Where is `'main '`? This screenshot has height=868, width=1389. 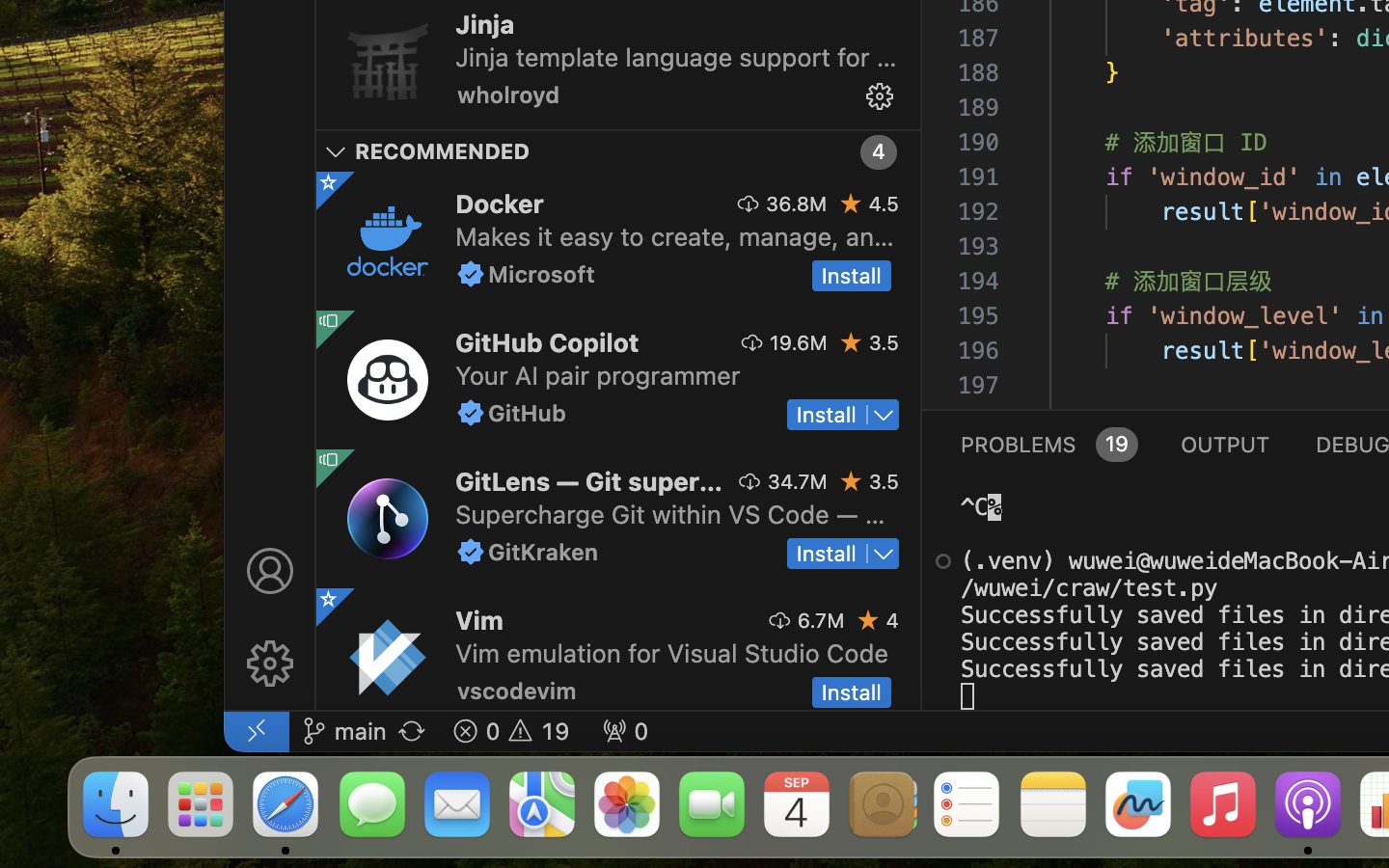 'main ' is located at coordinates (343, 729).